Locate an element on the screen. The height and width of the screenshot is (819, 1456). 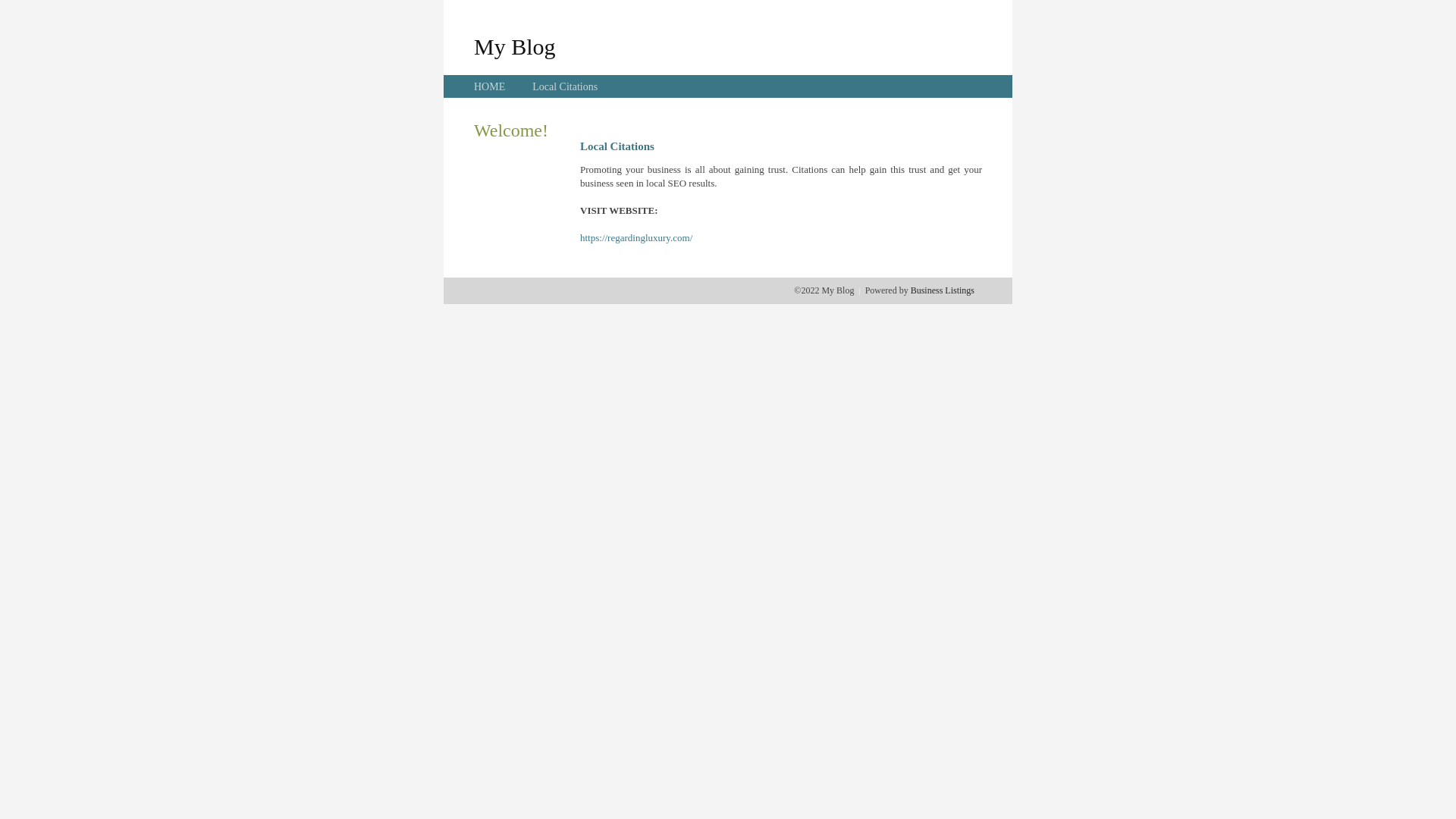
'HOME' is located at coordinates (489, 86).